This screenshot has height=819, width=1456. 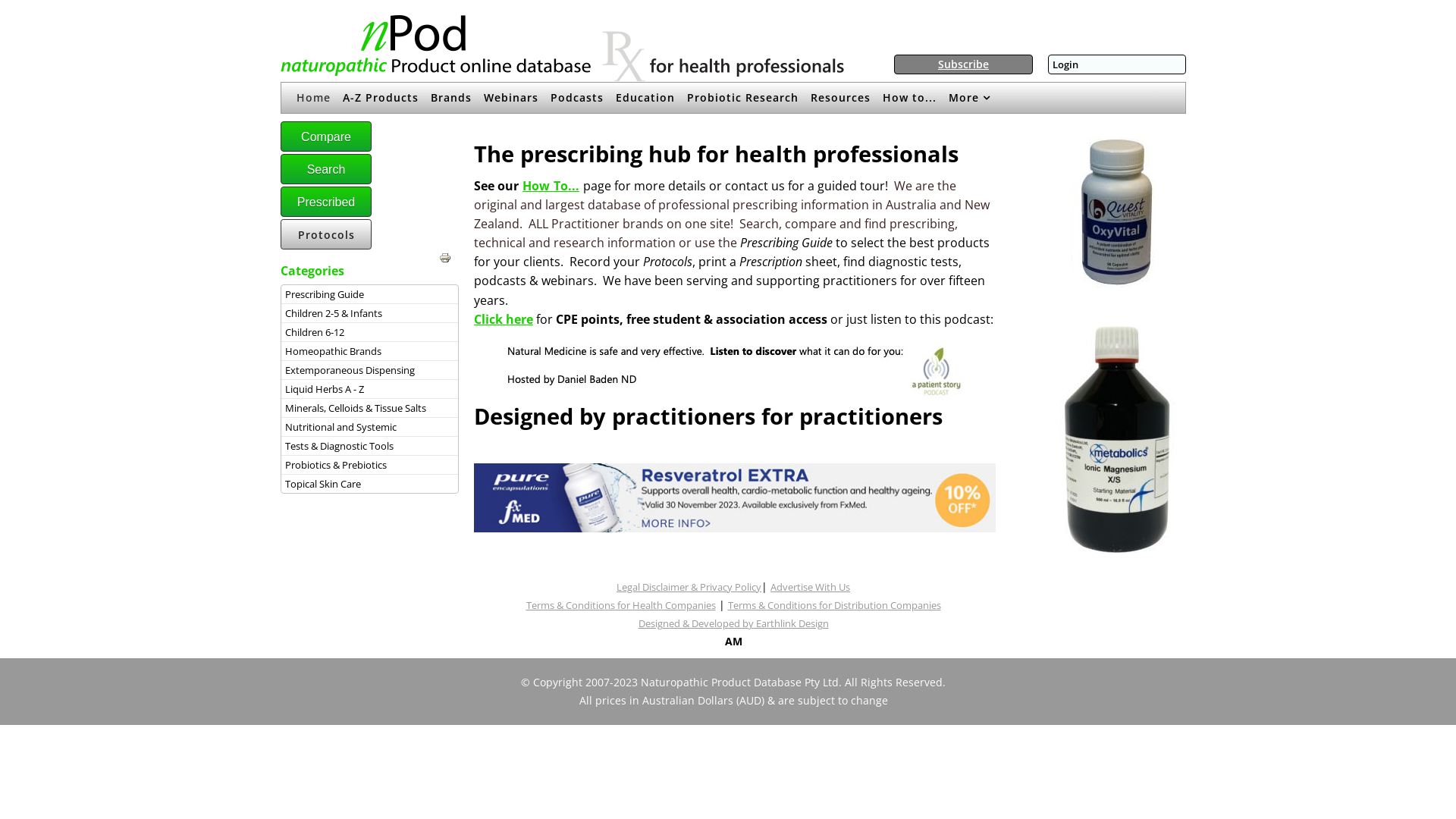 What do you see at coordinates (503, 318) in the screenshot?
I see `'Click here'` at bounding box center [503, 318].